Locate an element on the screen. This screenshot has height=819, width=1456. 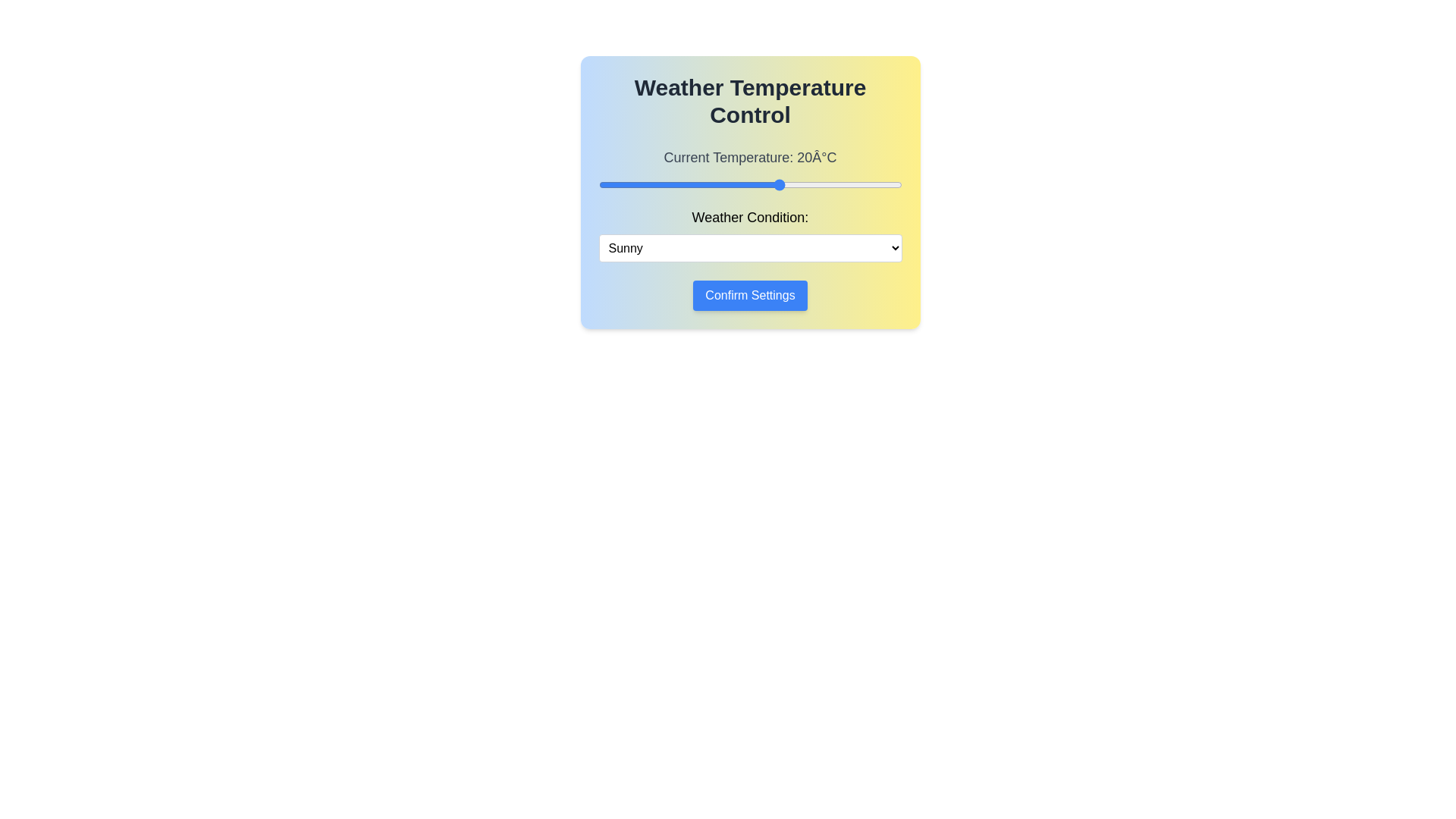
'Confirm Settings' button to apply the changes is located at coordinates (750, 295).